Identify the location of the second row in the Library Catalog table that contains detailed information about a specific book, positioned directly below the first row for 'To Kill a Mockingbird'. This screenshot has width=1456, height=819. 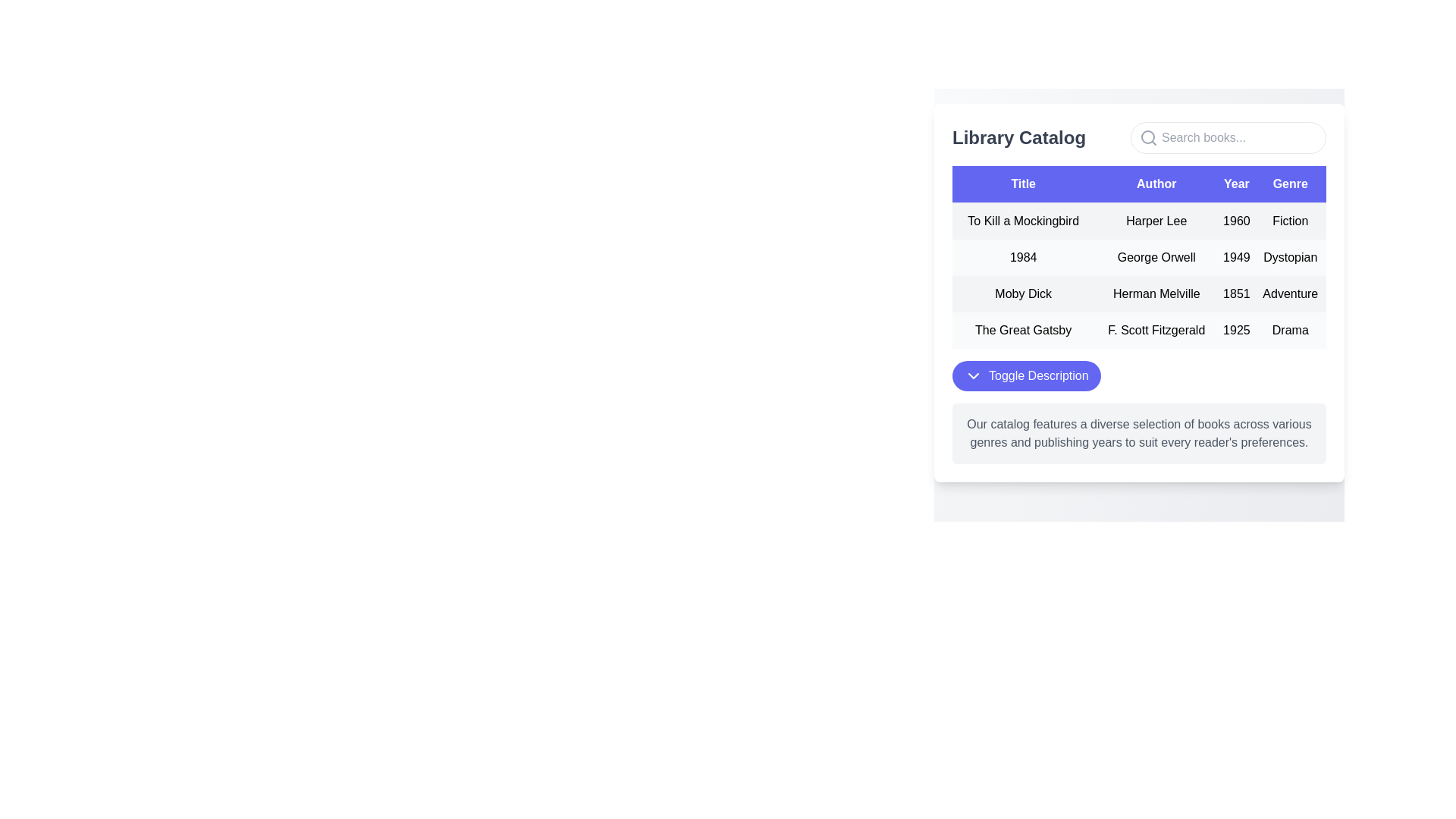
(1139, 256).